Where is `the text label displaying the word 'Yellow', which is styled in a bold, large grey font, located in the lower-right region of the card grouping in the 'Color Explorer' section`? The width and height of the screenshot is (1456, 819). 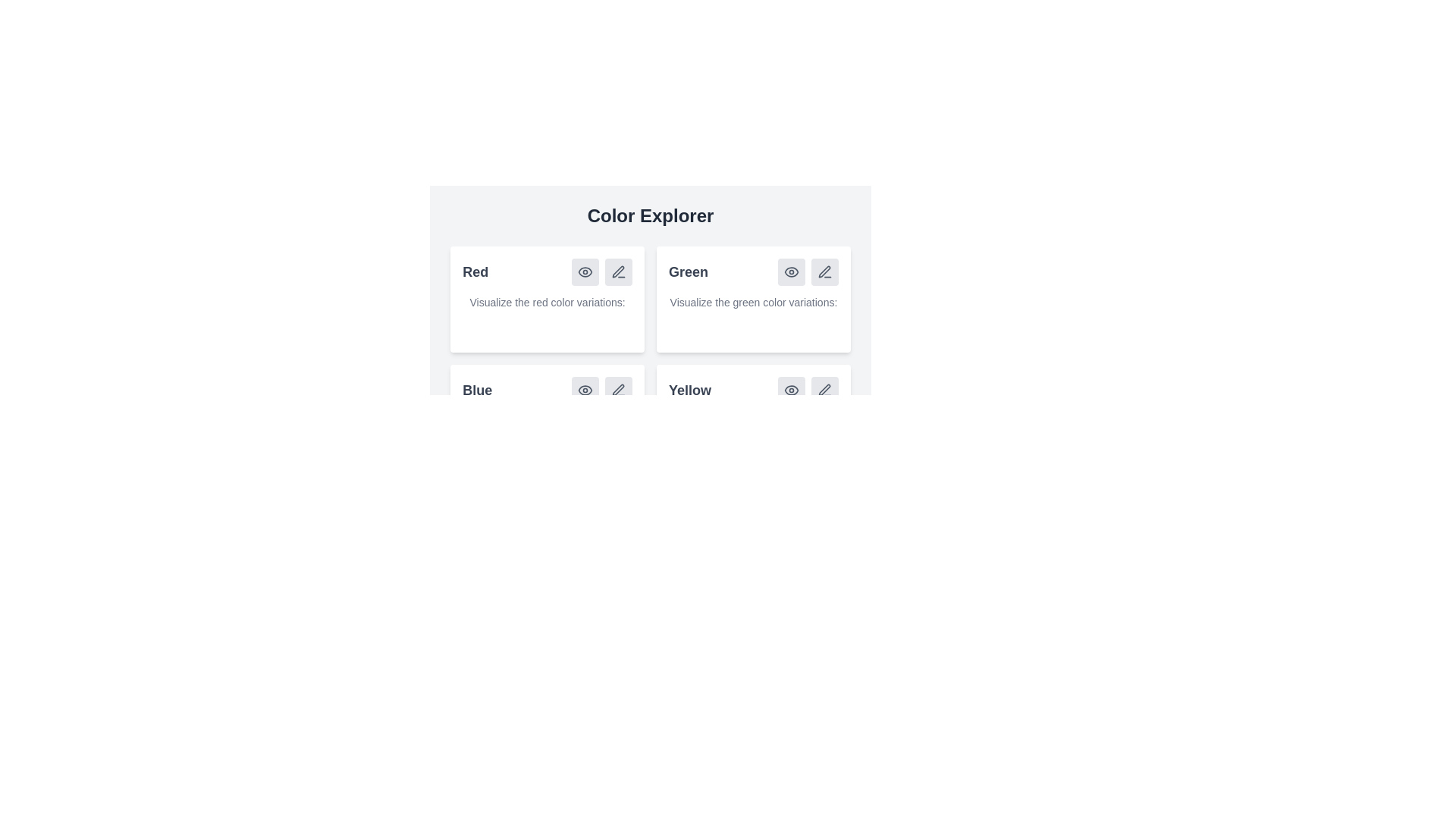
the text label displaying the word 'Yellow', which is styled in a bold, large grey font, located in the lower-right region of the card grouping in the 'Color Explorer' section is located at coordinates (689, 390).